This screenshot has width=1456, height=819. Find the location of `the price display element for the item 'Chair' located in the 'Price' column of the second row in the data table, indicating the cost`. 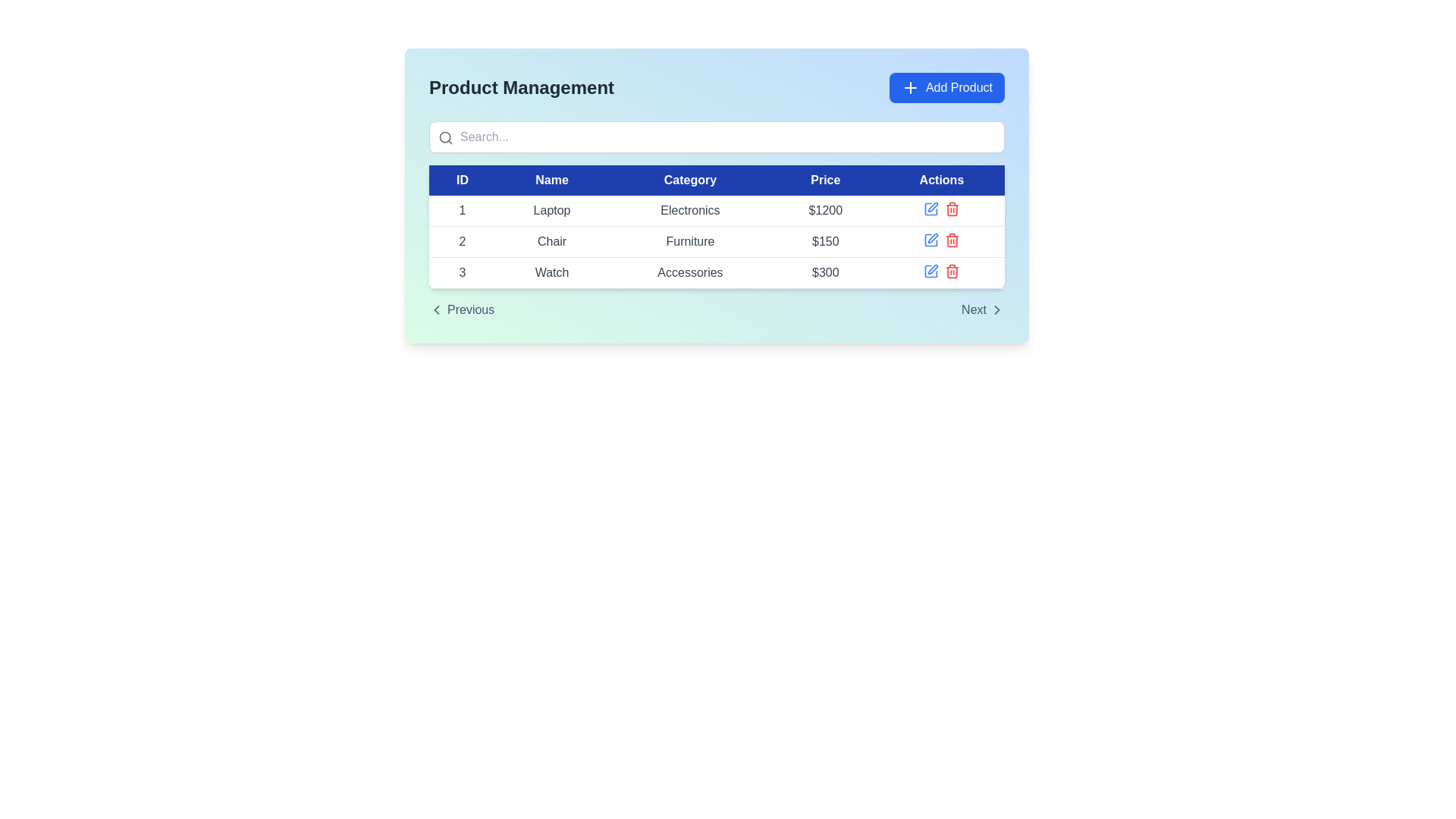

the price display element for the item 'Chair' located in the 'Price' column of the second row in the data table, indicating the cost is located at coordinates (824, 241).